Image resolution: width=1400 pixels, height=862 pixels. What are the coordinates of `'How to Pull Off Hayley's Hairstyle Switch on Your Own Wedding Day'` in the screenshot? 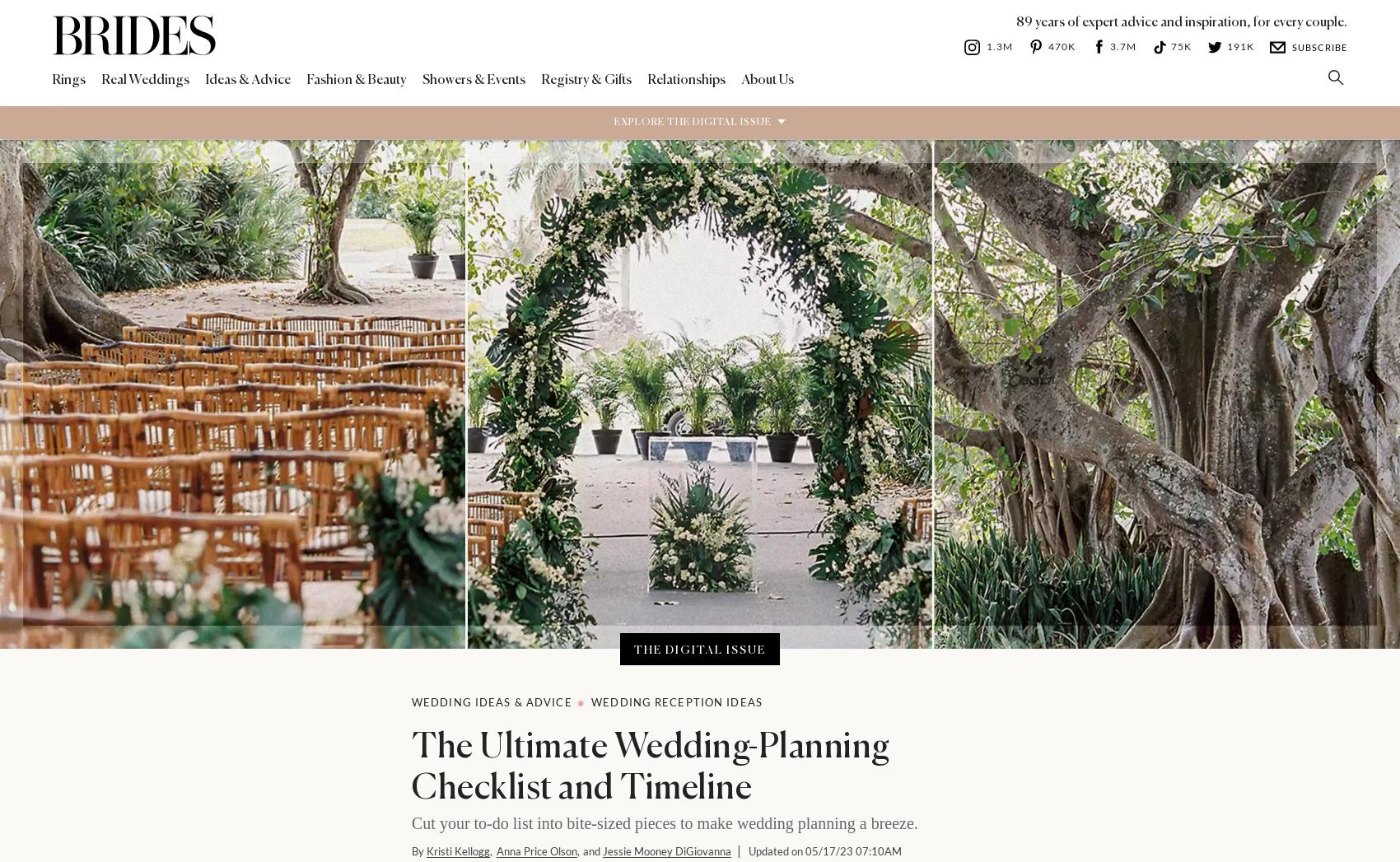 It's located at (494, 436).